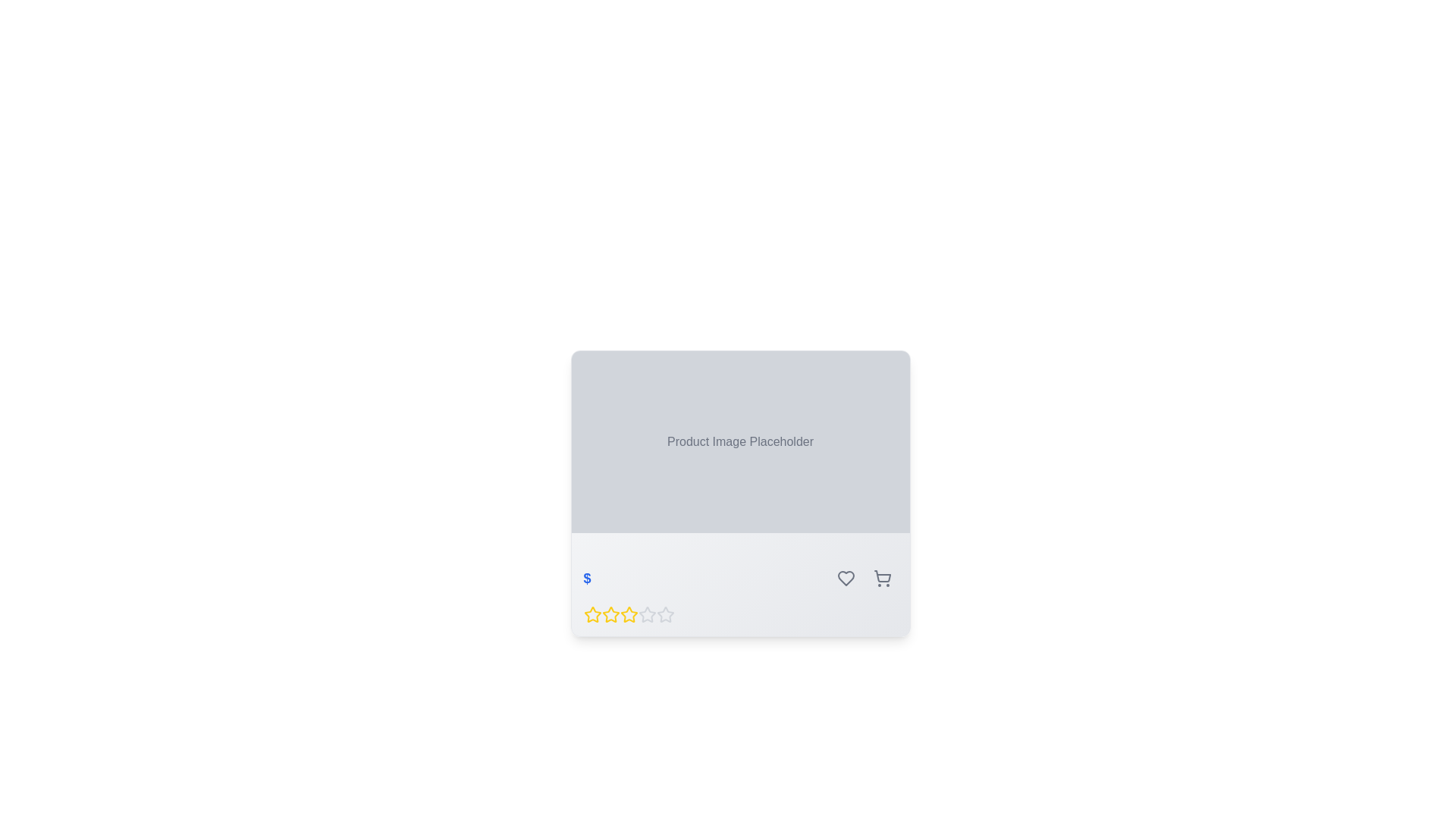 The width and height of the screenshot is (1456, 819). I want to click on the second yellow star icon representing the rating level in the rating system located beneath the 'Product Image Placeholder' section, so click(629, 614).